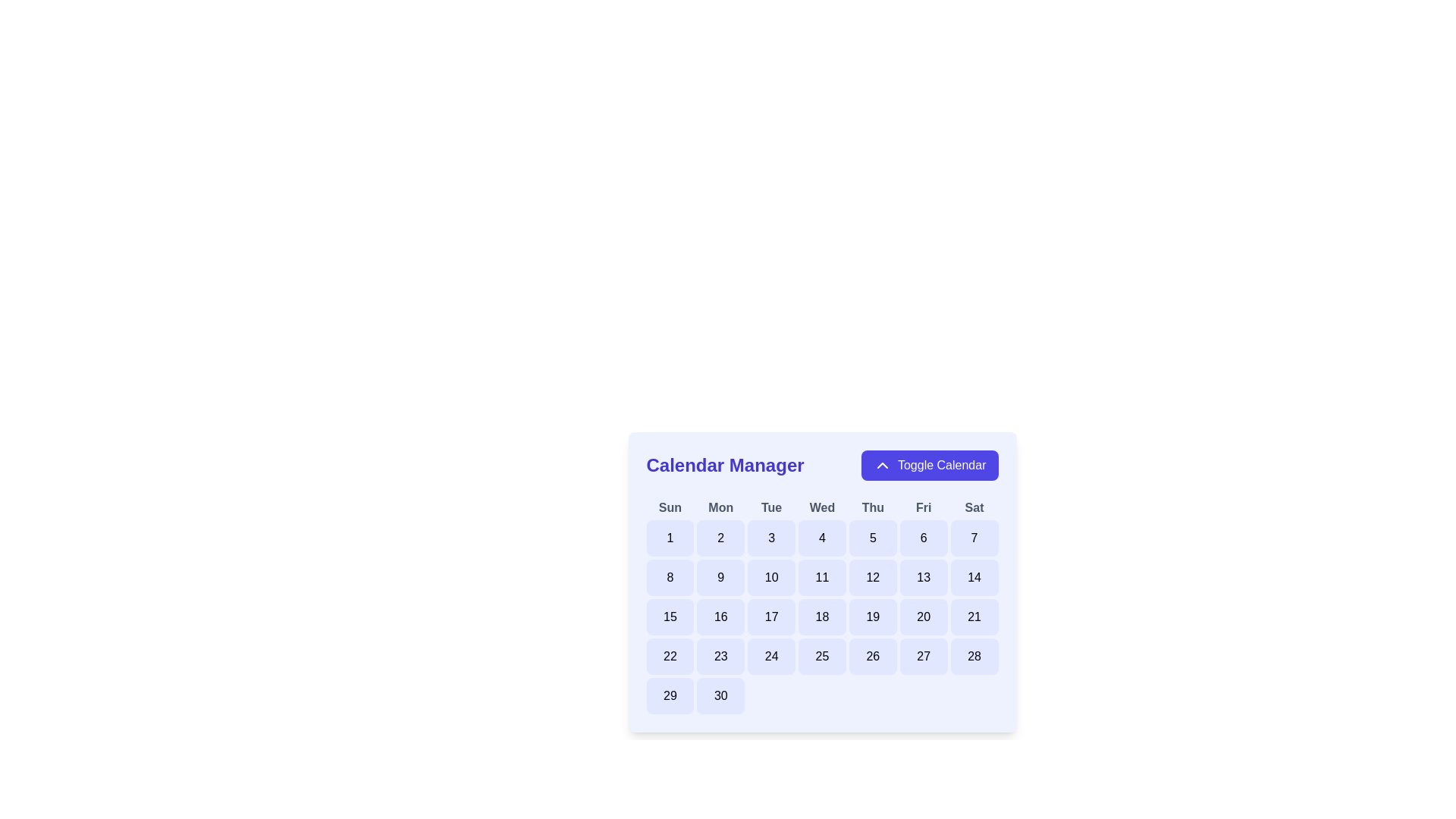 The width and height of the screenshot is (1456, 819). What do you see at coordinates (771, 578) in the screenshot?
I see `the selectable day button for the date '10' in the calendar interface, positioned in the fourth row and third column under 'Tue'` at bounding box center [771, 578].